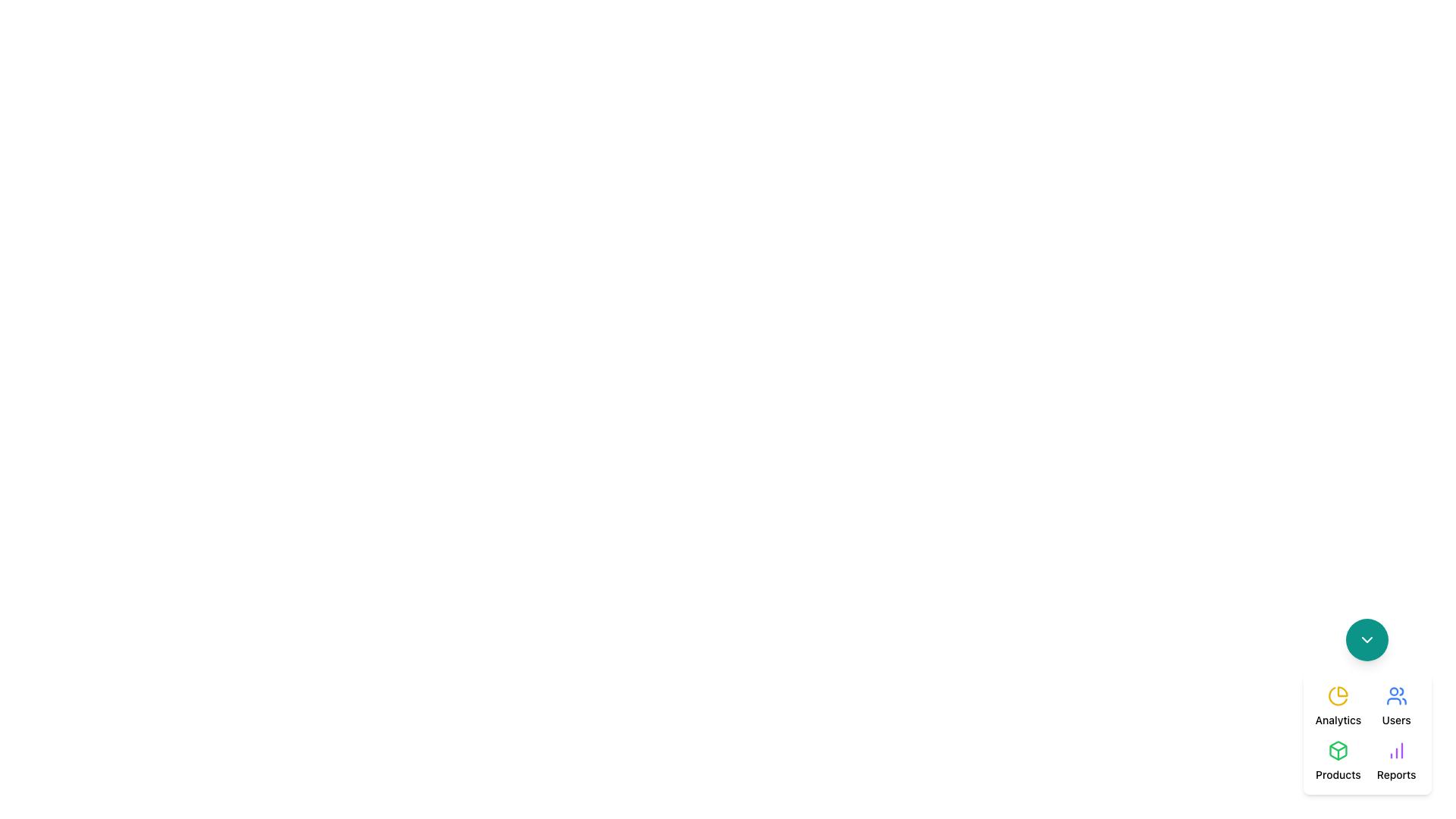 The height and width of the screenshot is (819, 1456). Describe the element at coordinates (1338, 751) in the screenshot. I see `the Products icon located at the lower-right corner of the interface` at that location.